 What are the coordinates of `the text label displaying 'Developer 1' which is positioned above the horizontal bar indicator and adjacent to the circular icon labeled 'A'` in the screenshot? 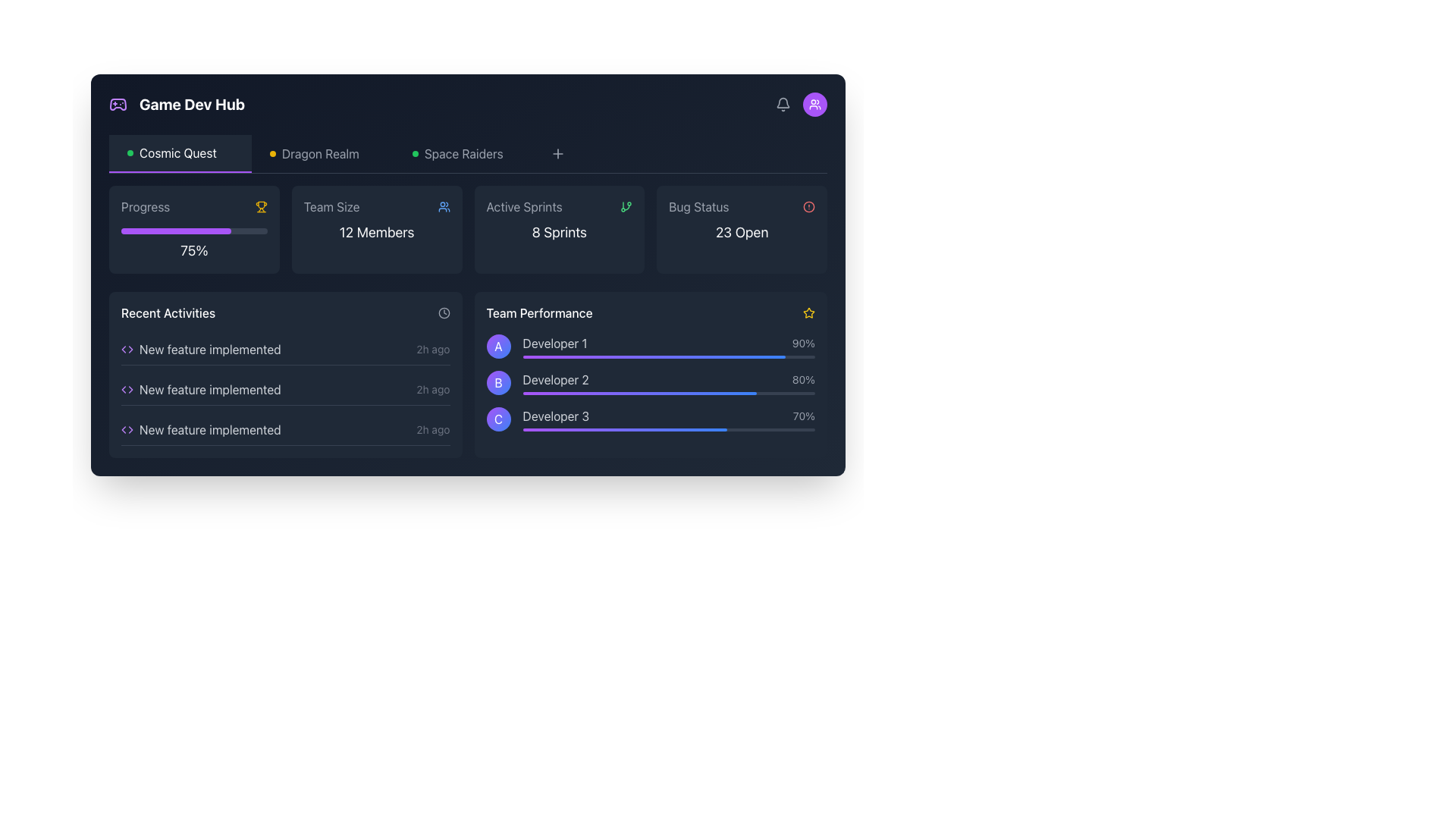 It's located at (554, 343).